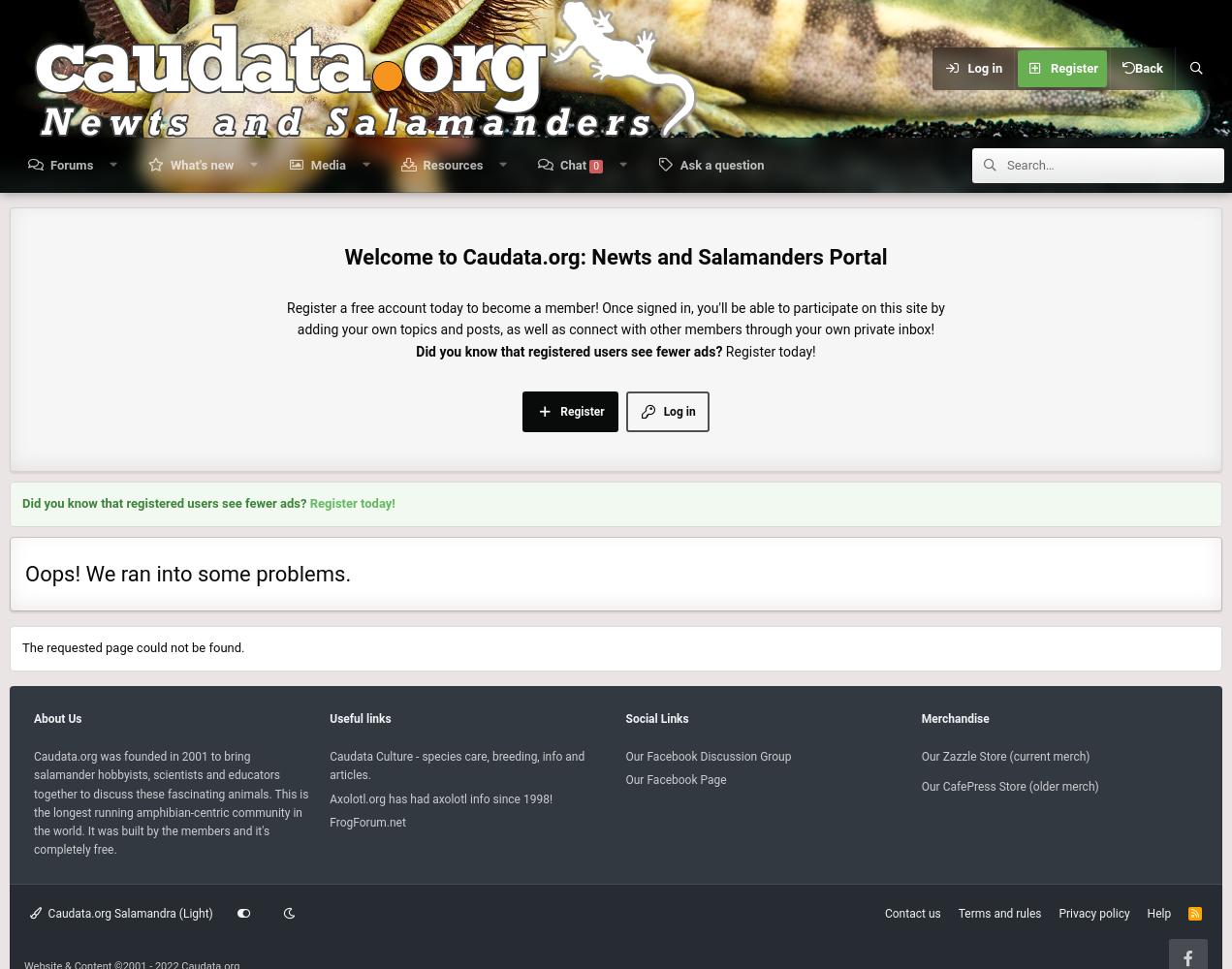  Describe the element at coordinates (440, 797) in the screenshot. I see `'Axolotl.org has had axolotl info since 1998!'` at that location.